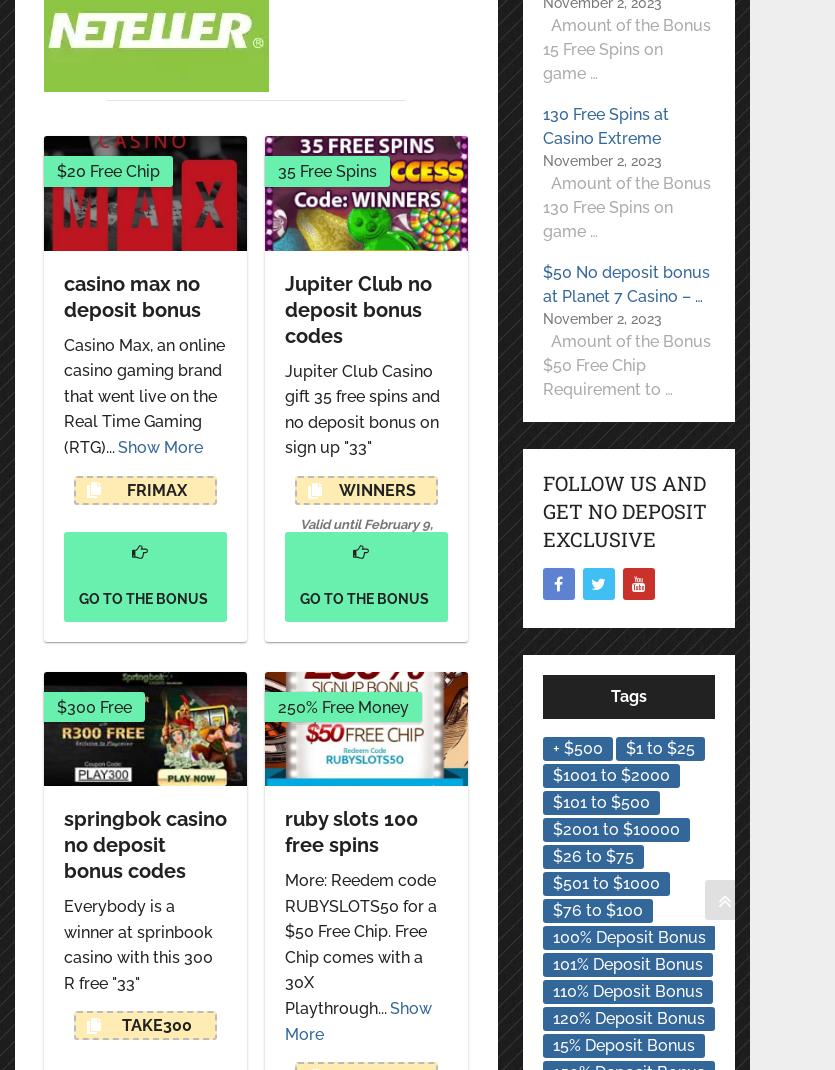  I want to click on '100% Deposit Bonus', so click(627, 936).